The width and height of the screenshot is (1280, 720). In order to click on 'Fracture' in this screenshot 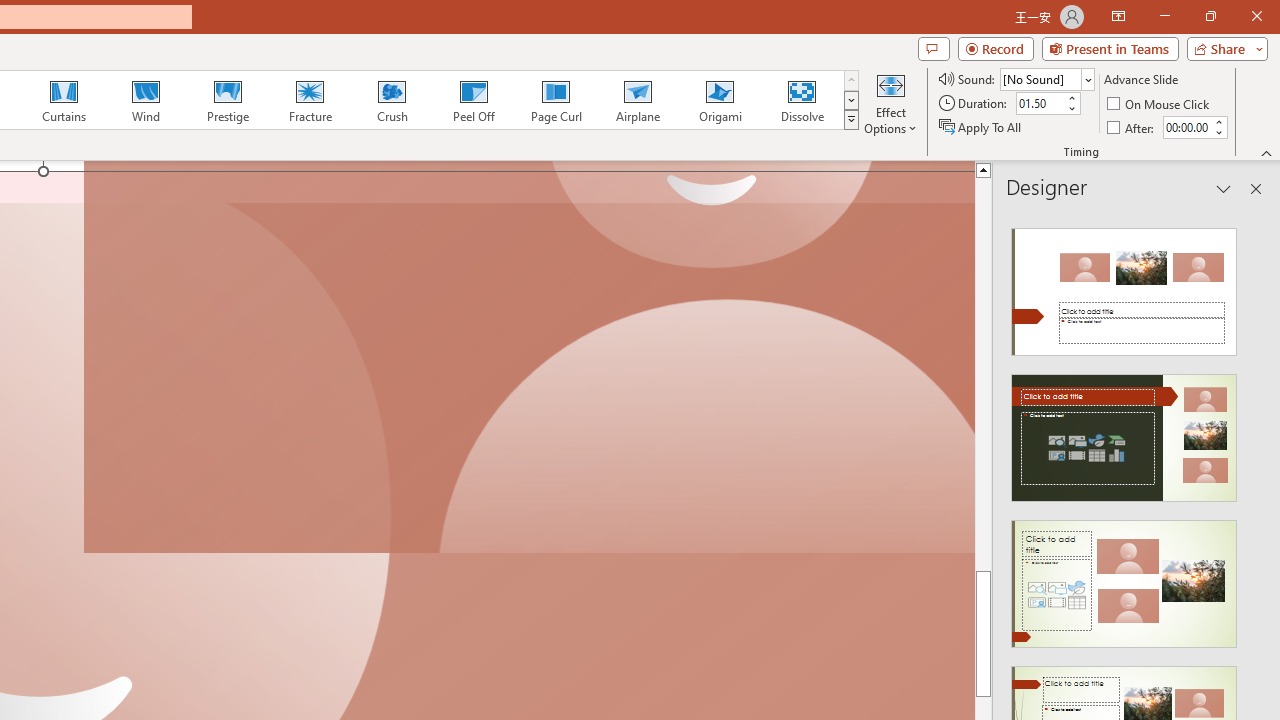, I will do `click(308, 100)`.